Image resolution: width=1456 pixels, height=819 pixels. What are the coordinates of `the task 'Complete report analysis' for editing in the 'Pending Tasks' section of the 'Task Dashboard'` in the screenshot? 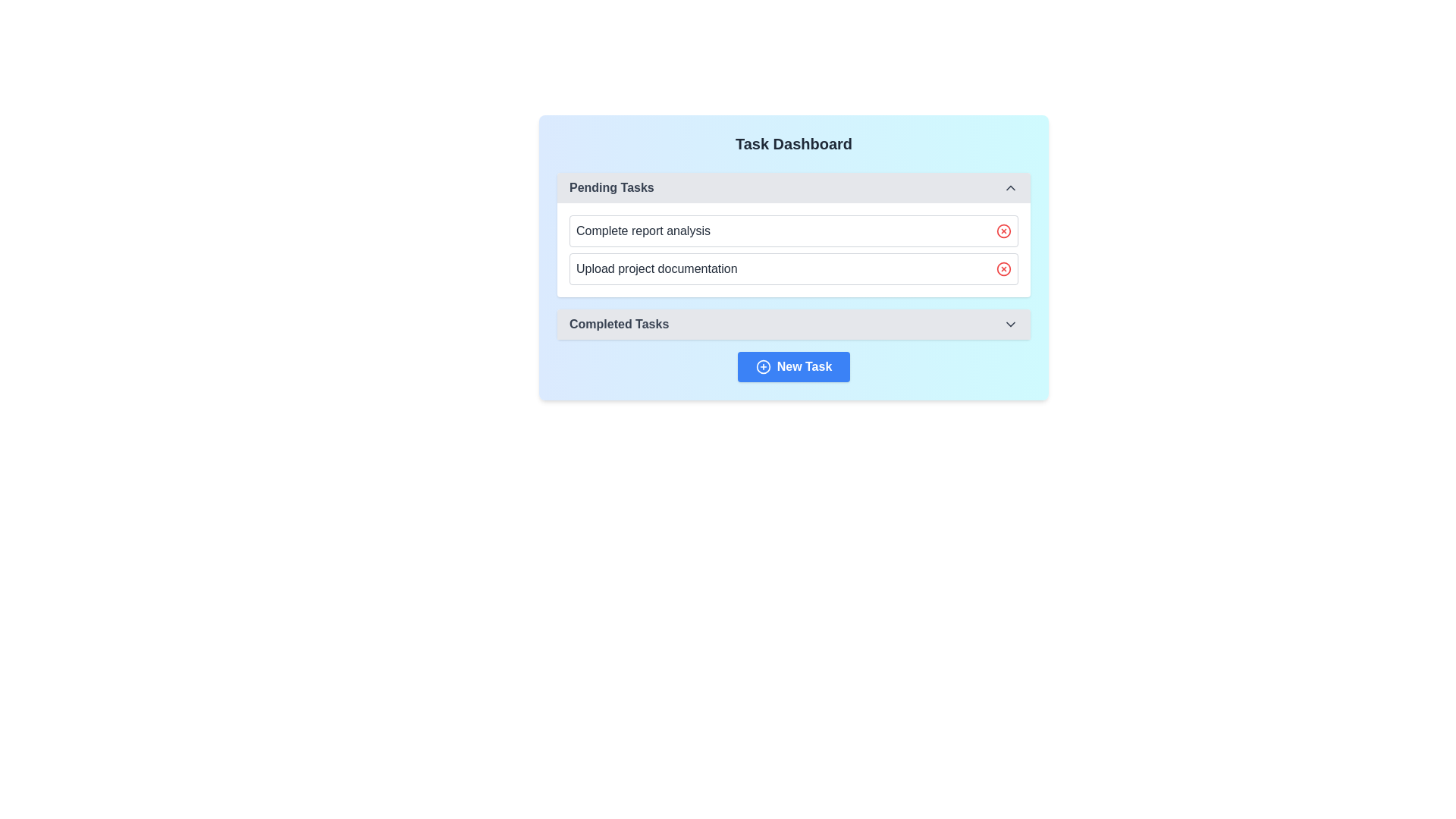 It's located at (792, 249).